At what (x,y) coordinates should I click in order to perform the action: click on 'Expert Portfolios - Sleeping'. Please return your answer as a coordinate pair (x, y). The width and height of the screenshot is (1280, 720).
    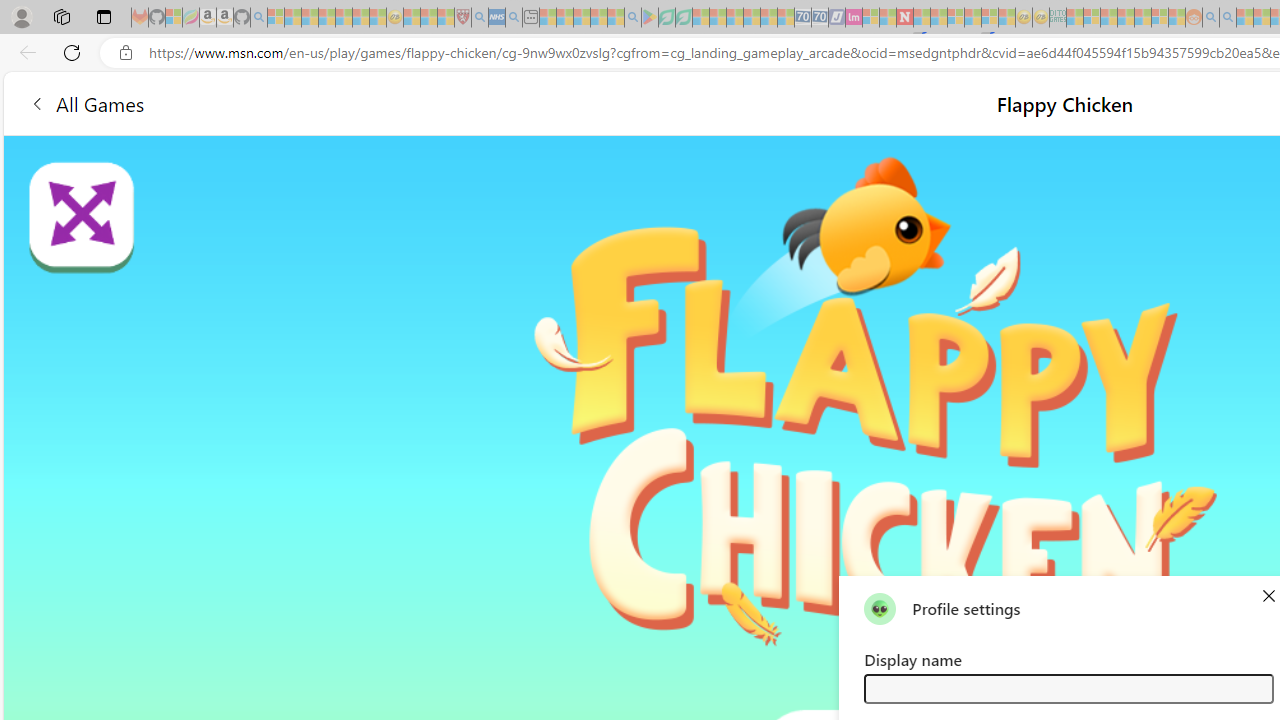
    Looking at the image, I should click on (1125, 17).